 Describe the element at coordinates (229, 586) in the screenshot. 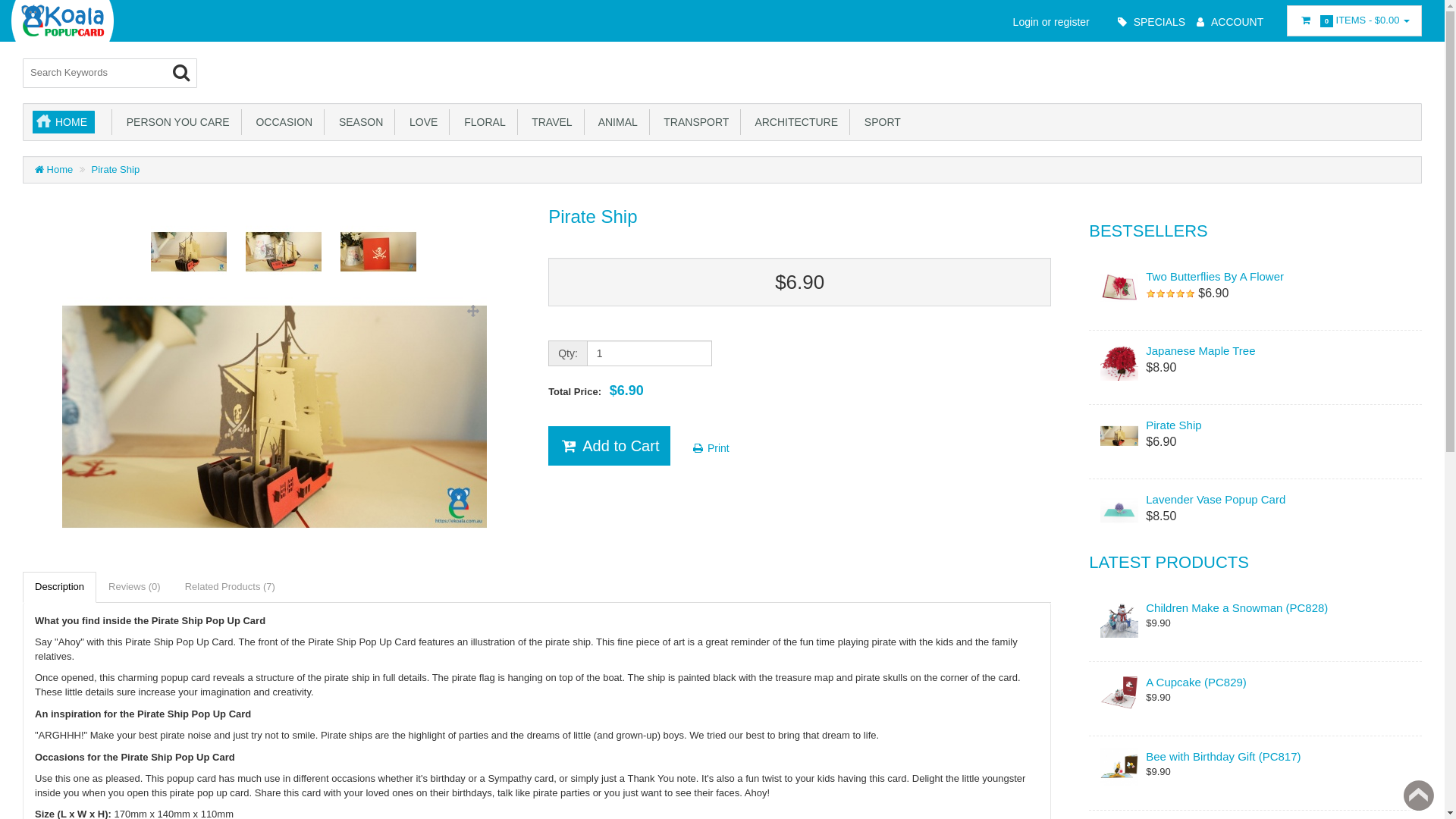

I see `'Related Products (7)'` at that location.